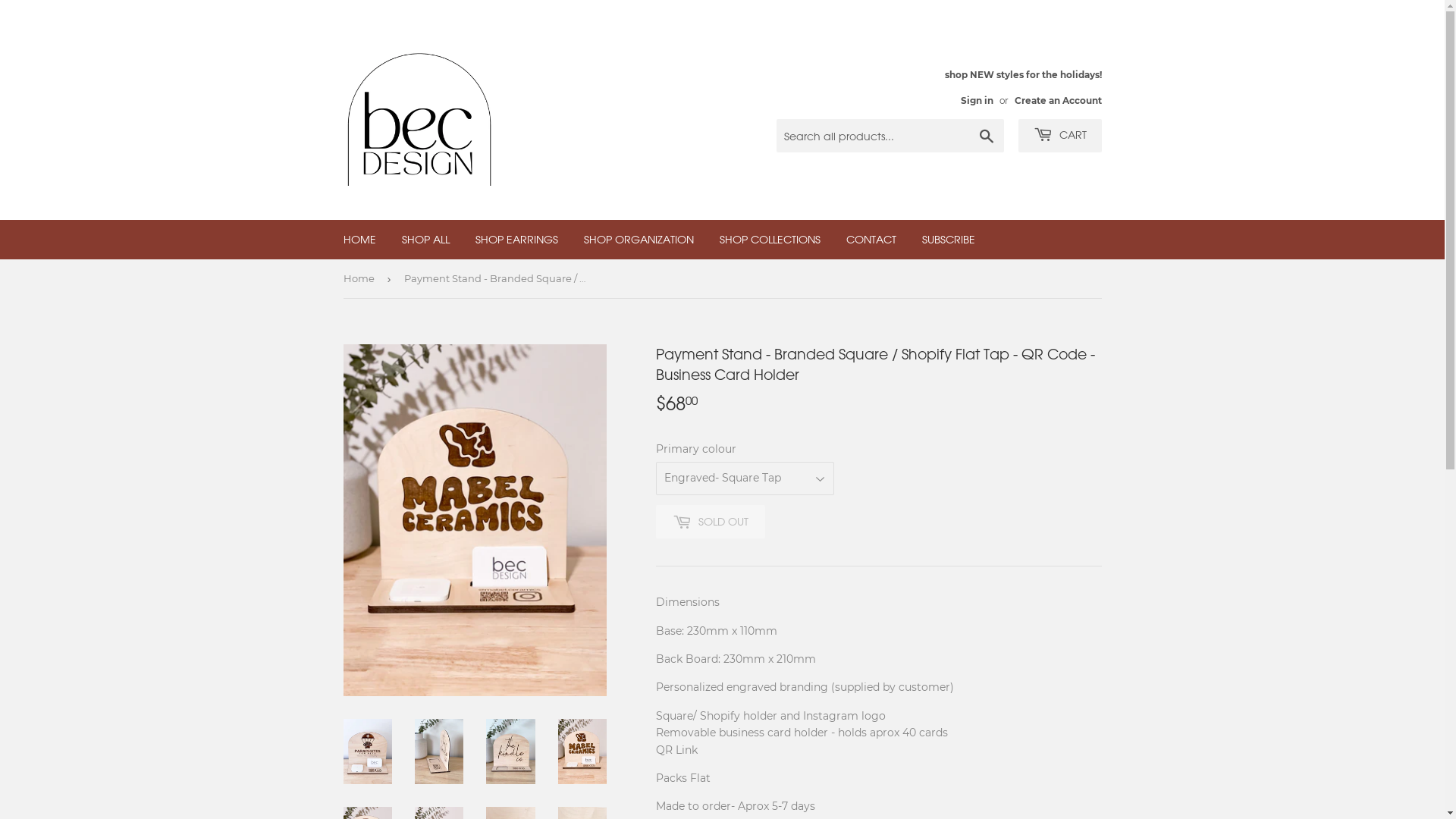  What do you see at coordinates (946, 239) in the screenshot?
I see `'SUBSCRIBE'` at bounding box center [946, 239].